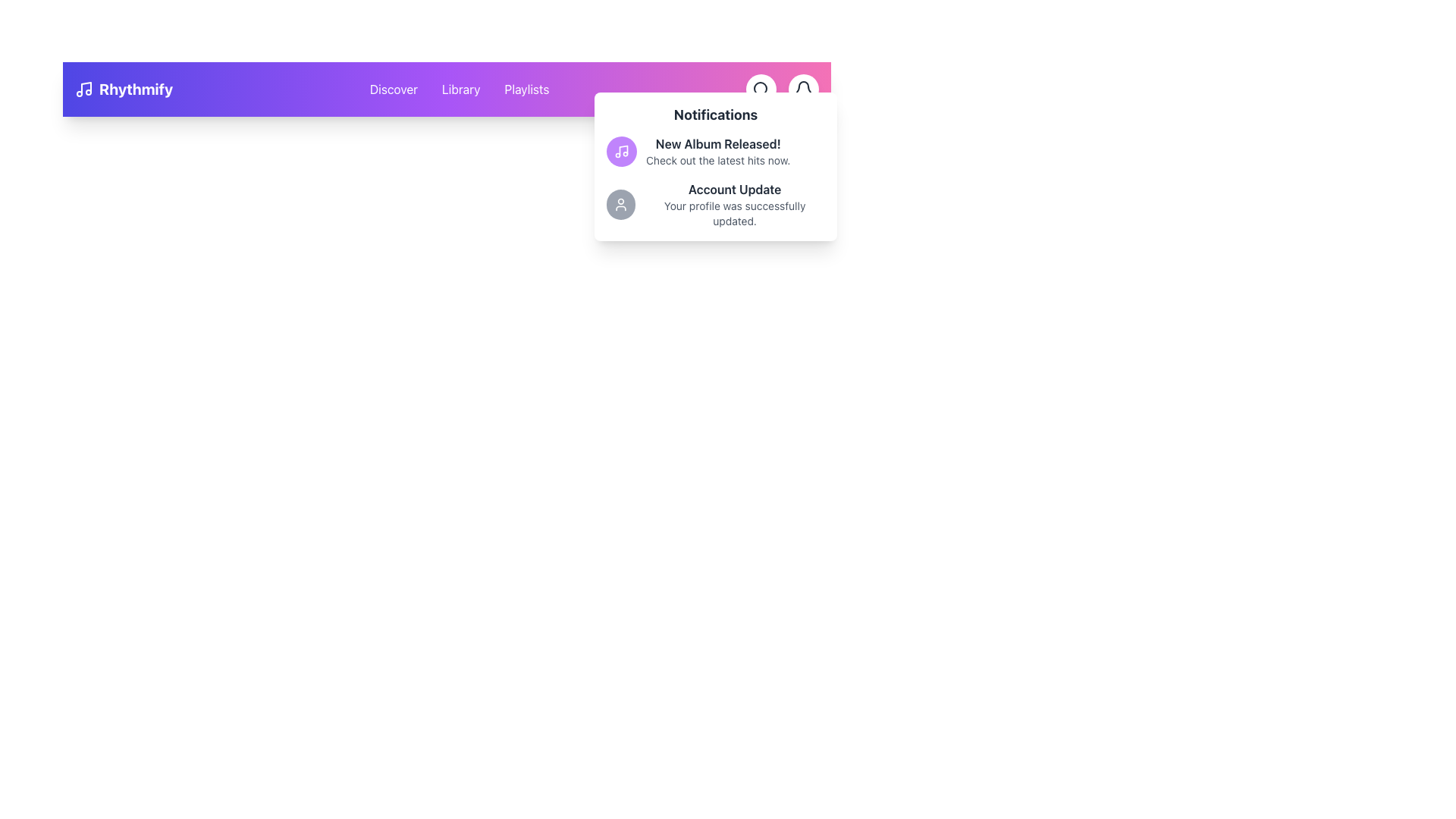 The image size is (1456, 819). Describe the element at coordinates (621, 205) in the screenshot. I see `the circular icon with a gray background and a white outline of a user figure, located to the left of the 'Account Update' text in the notification card` at that location.